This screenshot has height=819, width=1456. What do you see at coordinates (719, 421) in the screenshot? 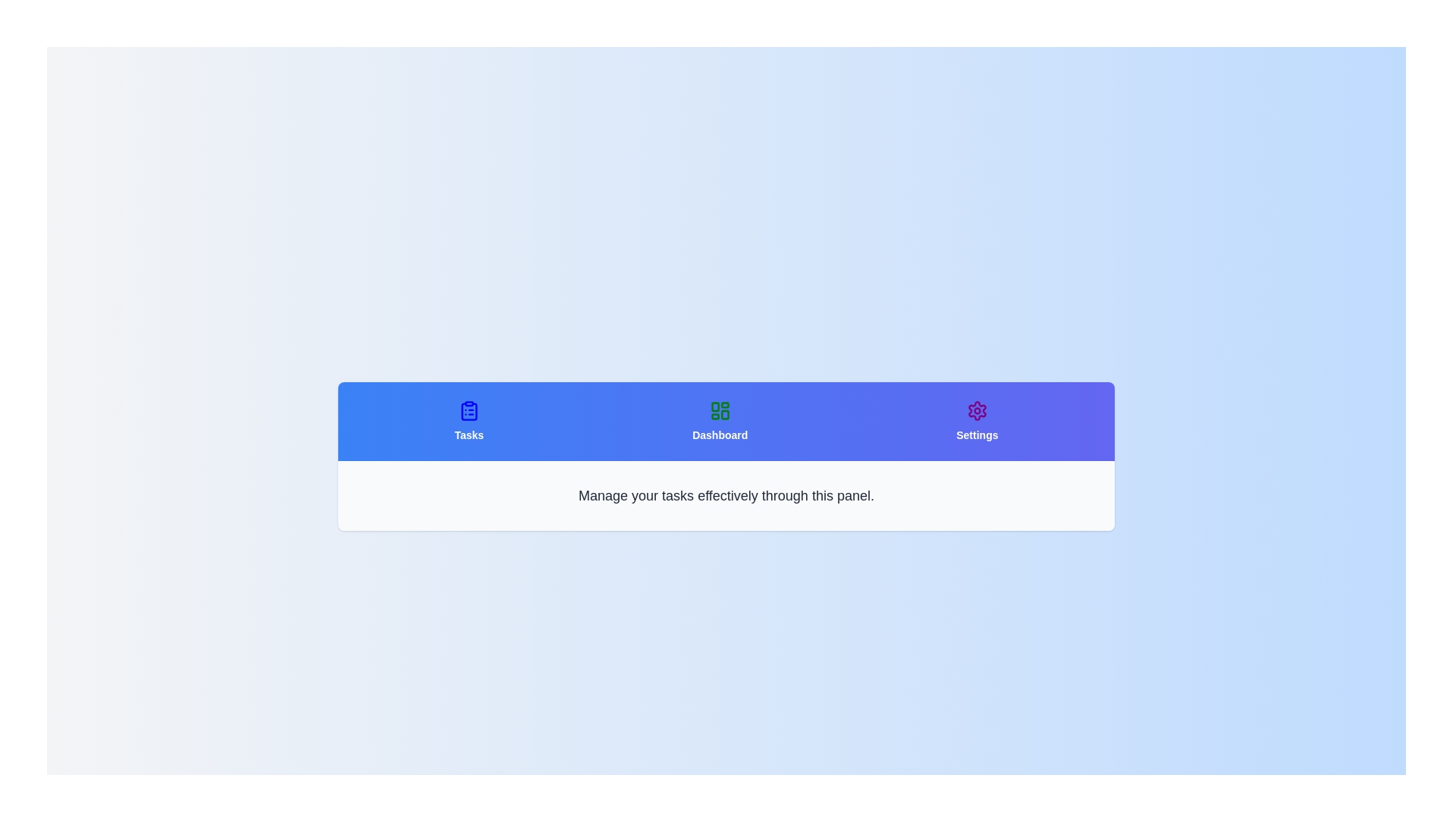
I see `the Dashboard tab by clicking on its button` at bounding box center [719, 421].